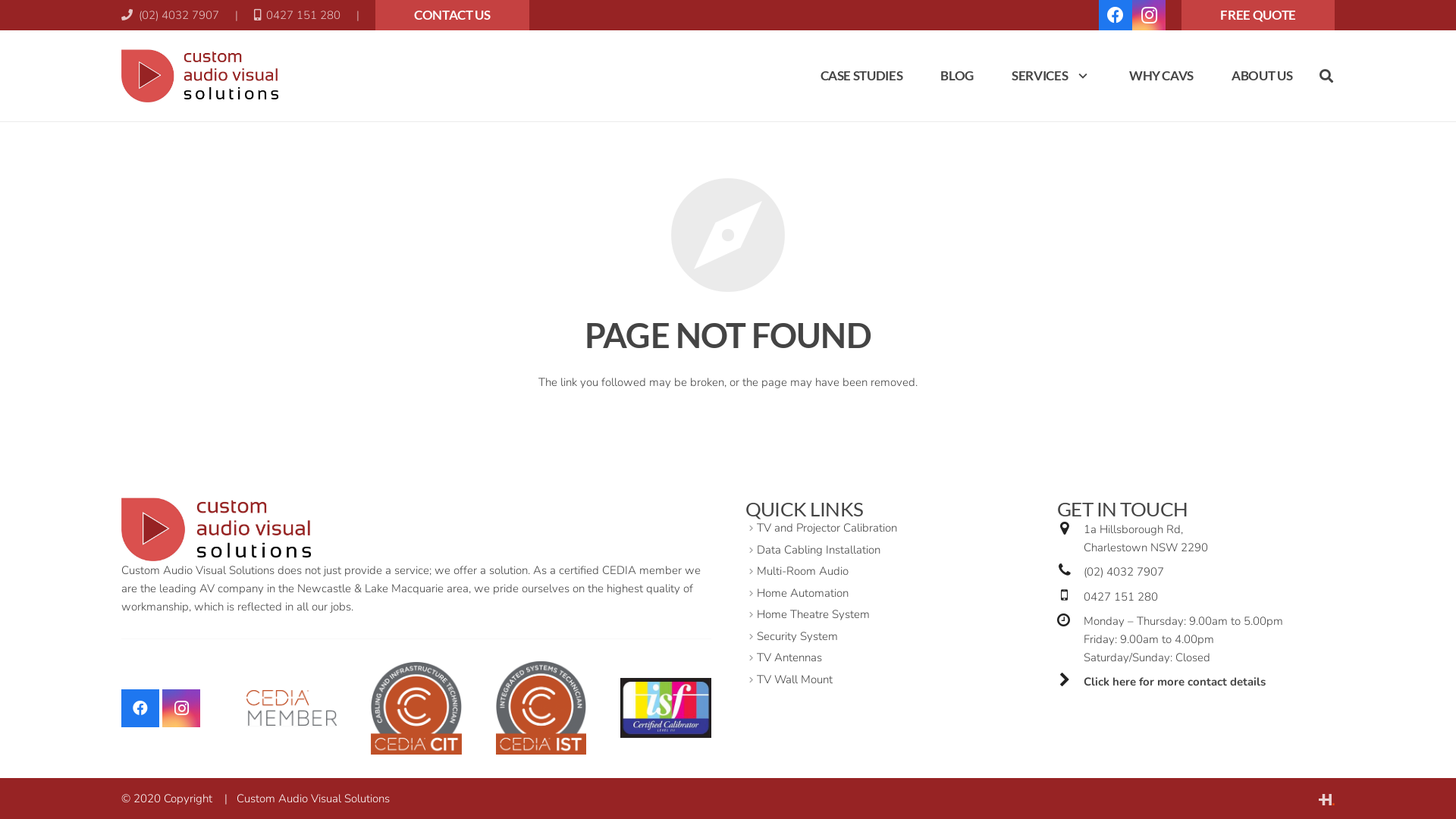 Image resolution: width=1456 pixels, height=819 pixels. I want to click on 'ABOUT US', so click(1262, 76).